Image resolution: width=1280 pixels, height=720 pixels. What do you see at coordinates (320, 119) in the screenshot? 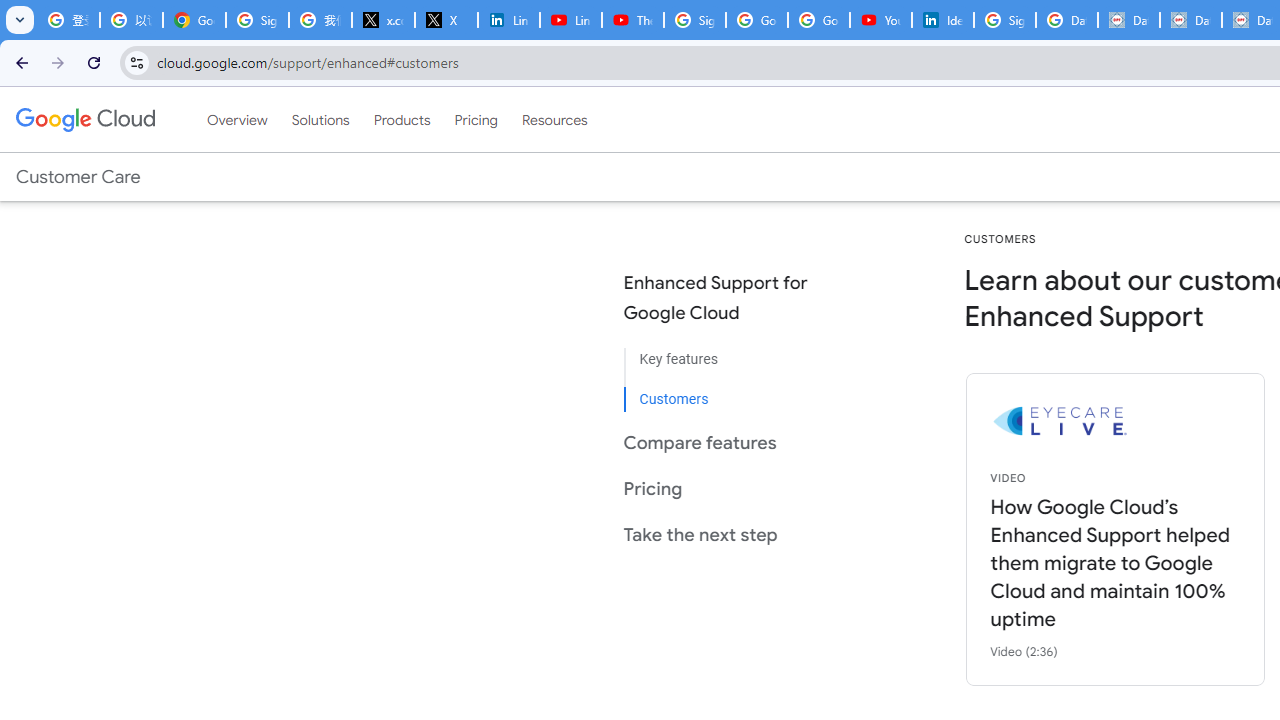
I see `'Solutions'` at bounding box center [320, 119].